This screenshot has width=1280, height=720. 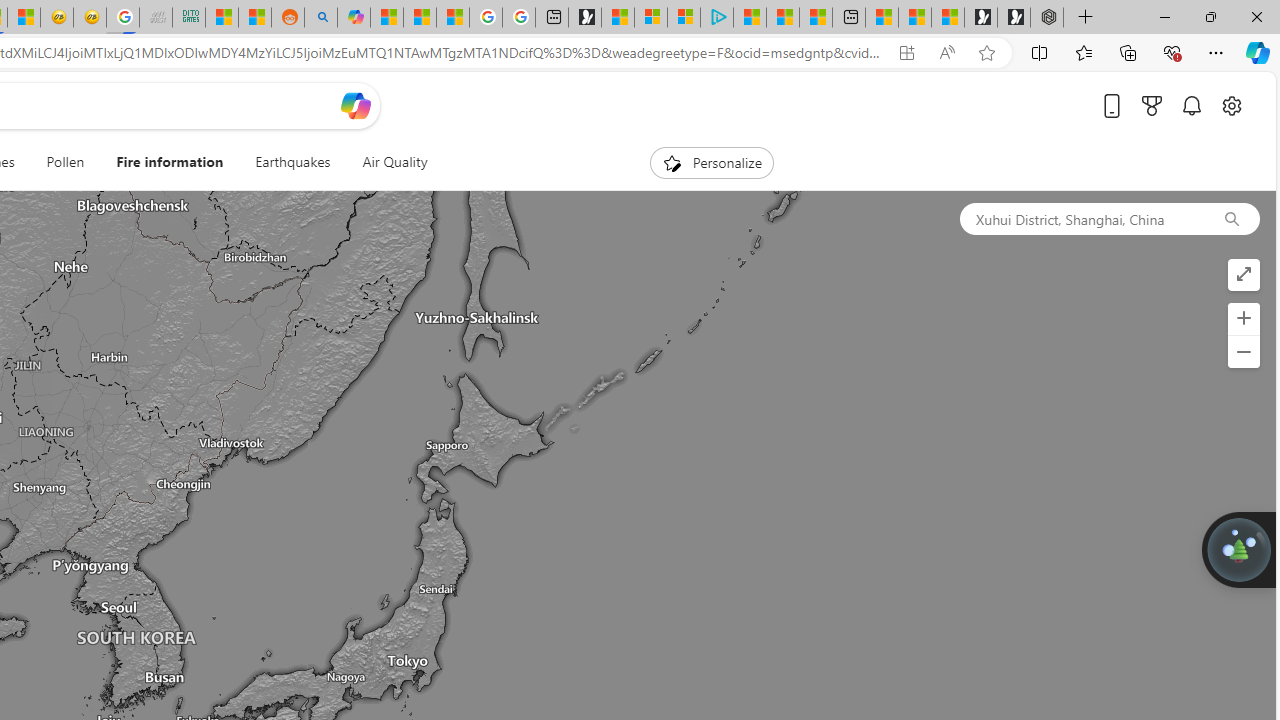 What do you see at coordinates (1242, 317) in the screenshot?
I see `'Zoom in'` at bounding box center [1242, 317].